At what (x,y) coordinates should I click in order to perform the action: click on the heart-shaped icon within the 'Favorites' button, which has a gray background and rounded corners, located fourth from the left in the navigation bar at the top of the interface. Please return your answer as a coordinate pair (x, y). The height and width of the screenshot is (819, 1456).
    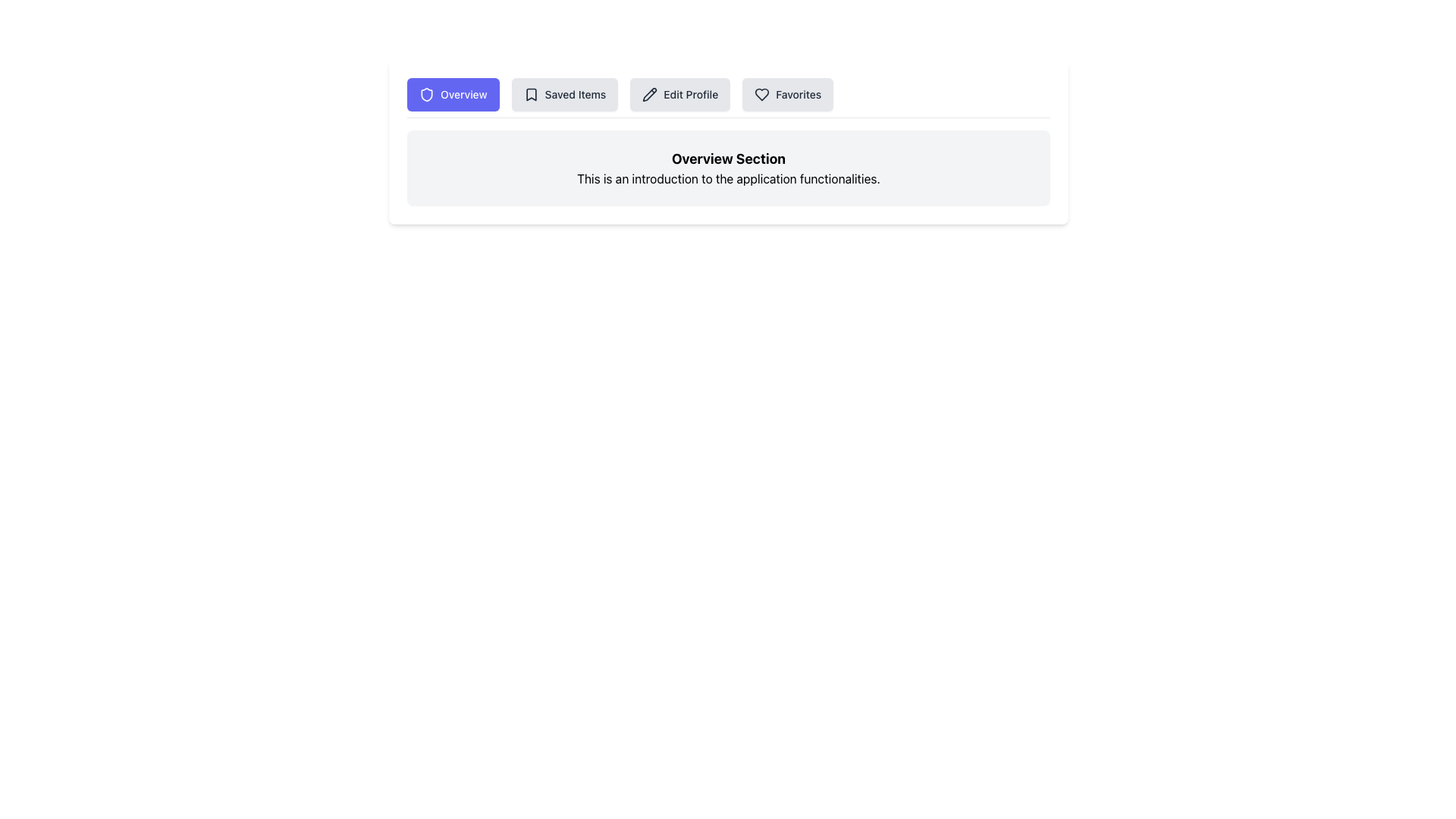
    Looking at the image, I should click on (762, 94).